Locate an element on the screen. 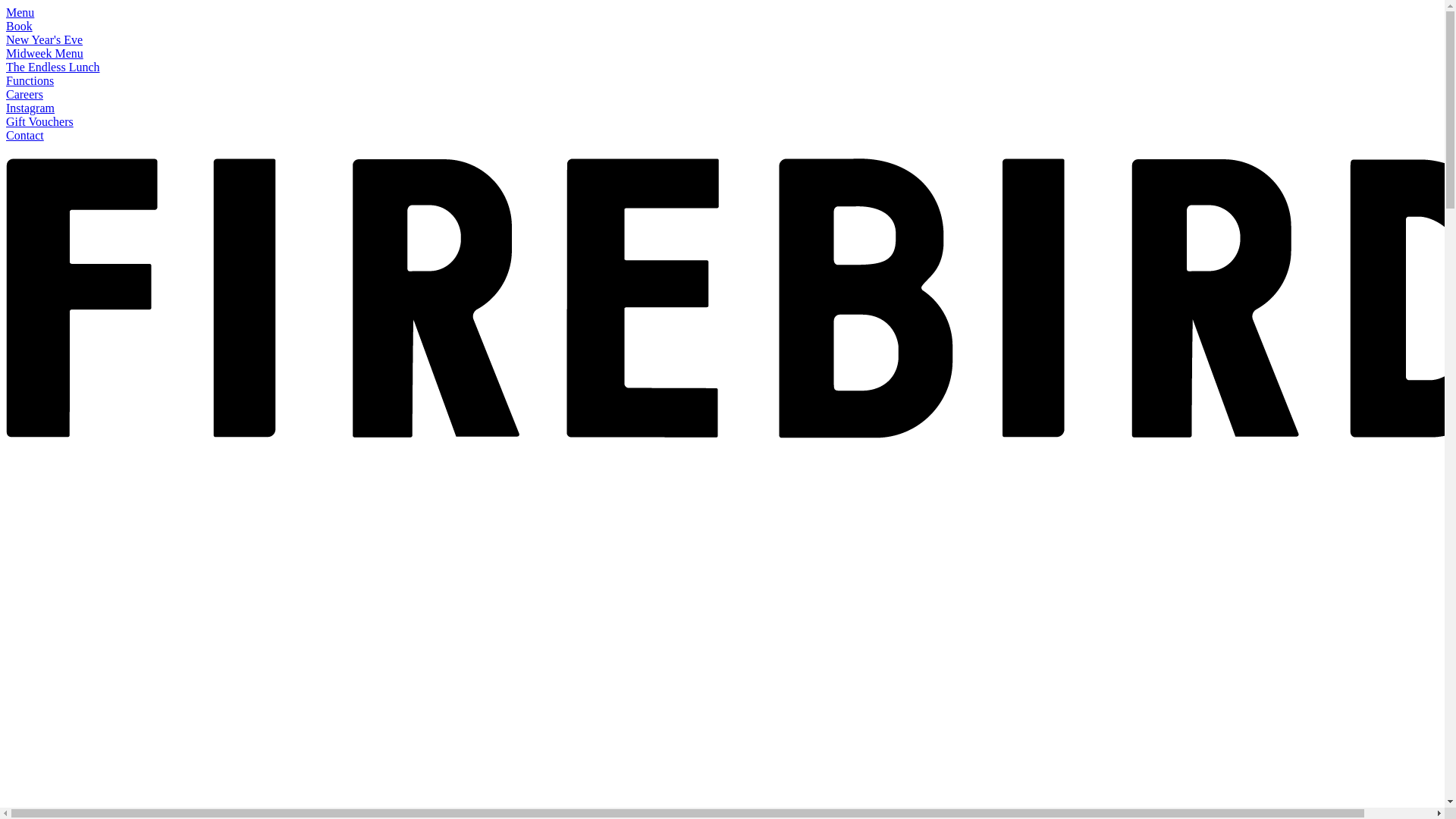 This screenshot has height=819, width=1456. 'Gift Vouchers' is located at coordinates (39, 121).